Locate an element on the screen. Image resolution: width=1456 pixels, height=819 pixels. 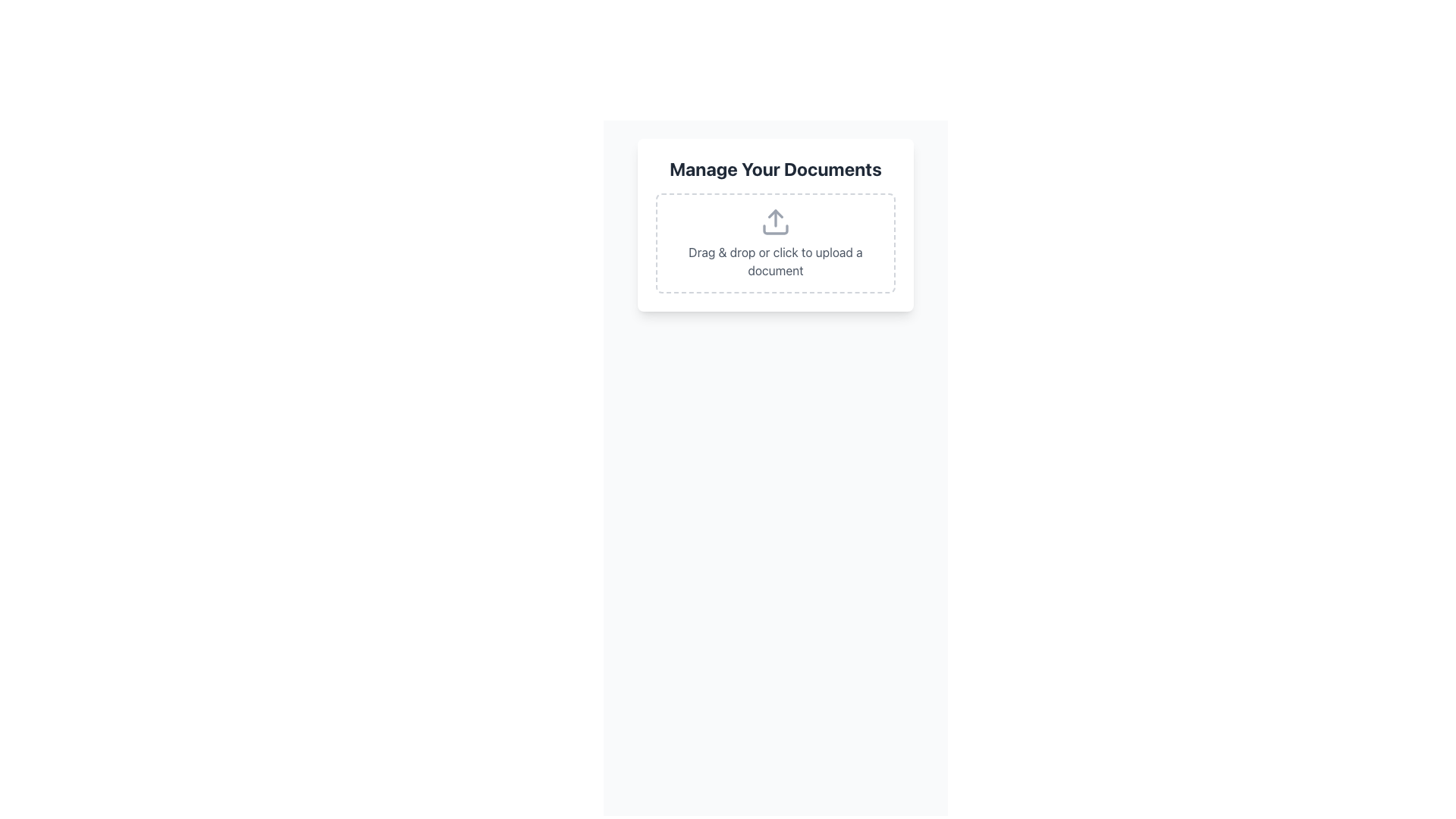
the upload control icon, which visually indicates the action of uploading a file, located at the center of the document upload interface under the text 'Drag & drop or click to upload a document' is located at coordinates (775, 222).